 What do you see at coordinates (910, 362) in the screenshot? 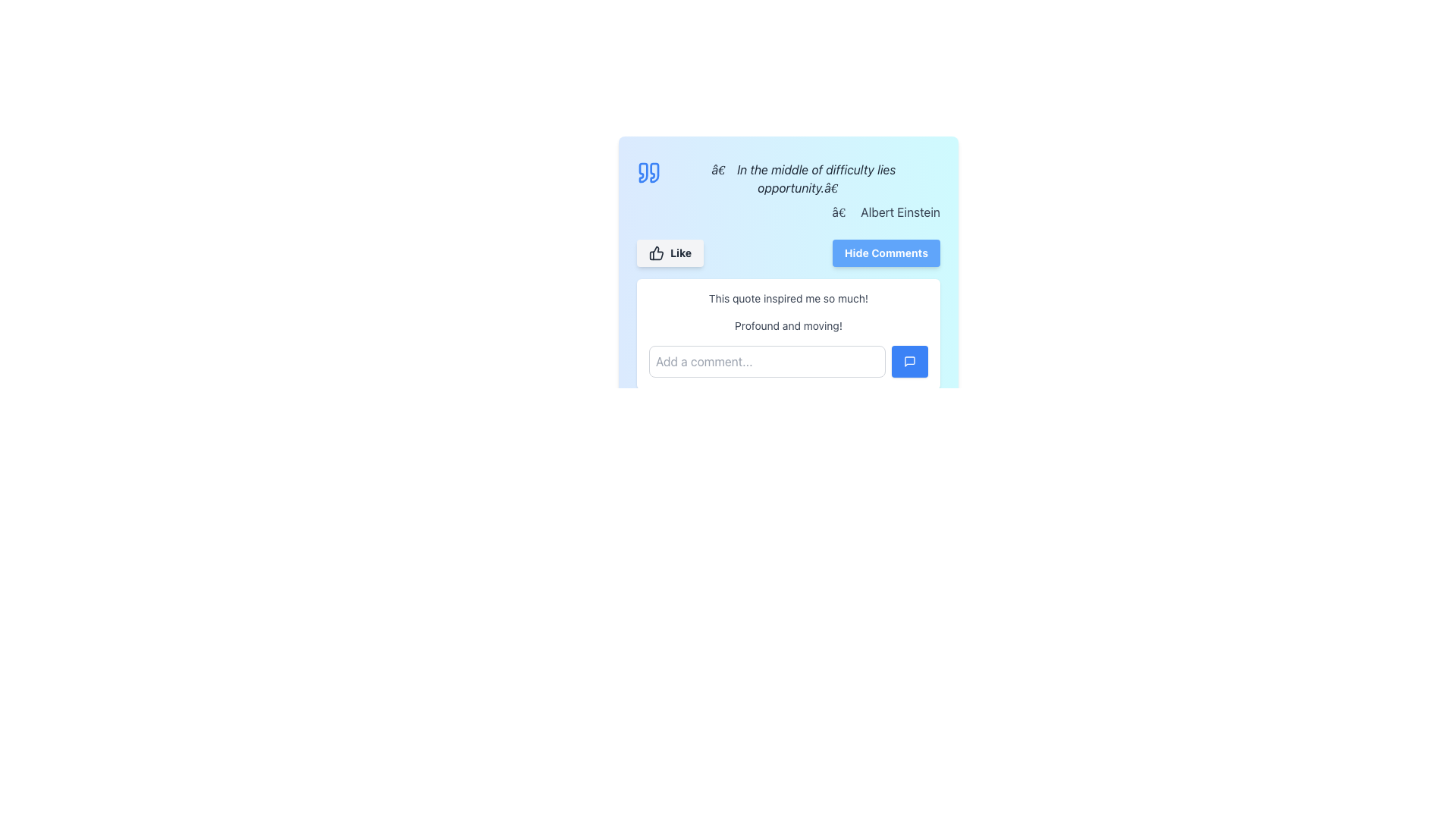
I see `the speech bubble icon embedded in the blue button at the bottom-right corner of the comment input section` at bounding box center [910, 362].